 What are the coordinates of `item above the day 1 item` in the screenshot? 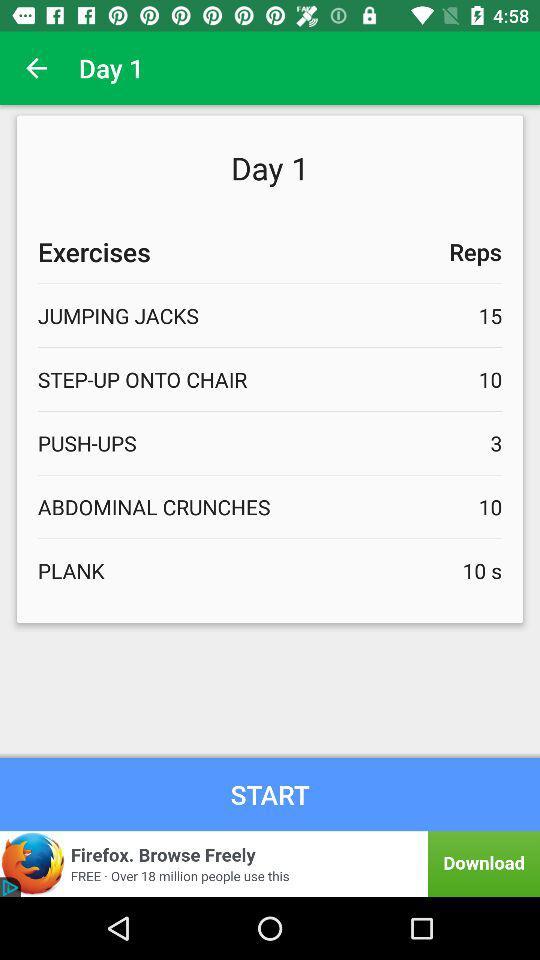 It's located at (36, 68).